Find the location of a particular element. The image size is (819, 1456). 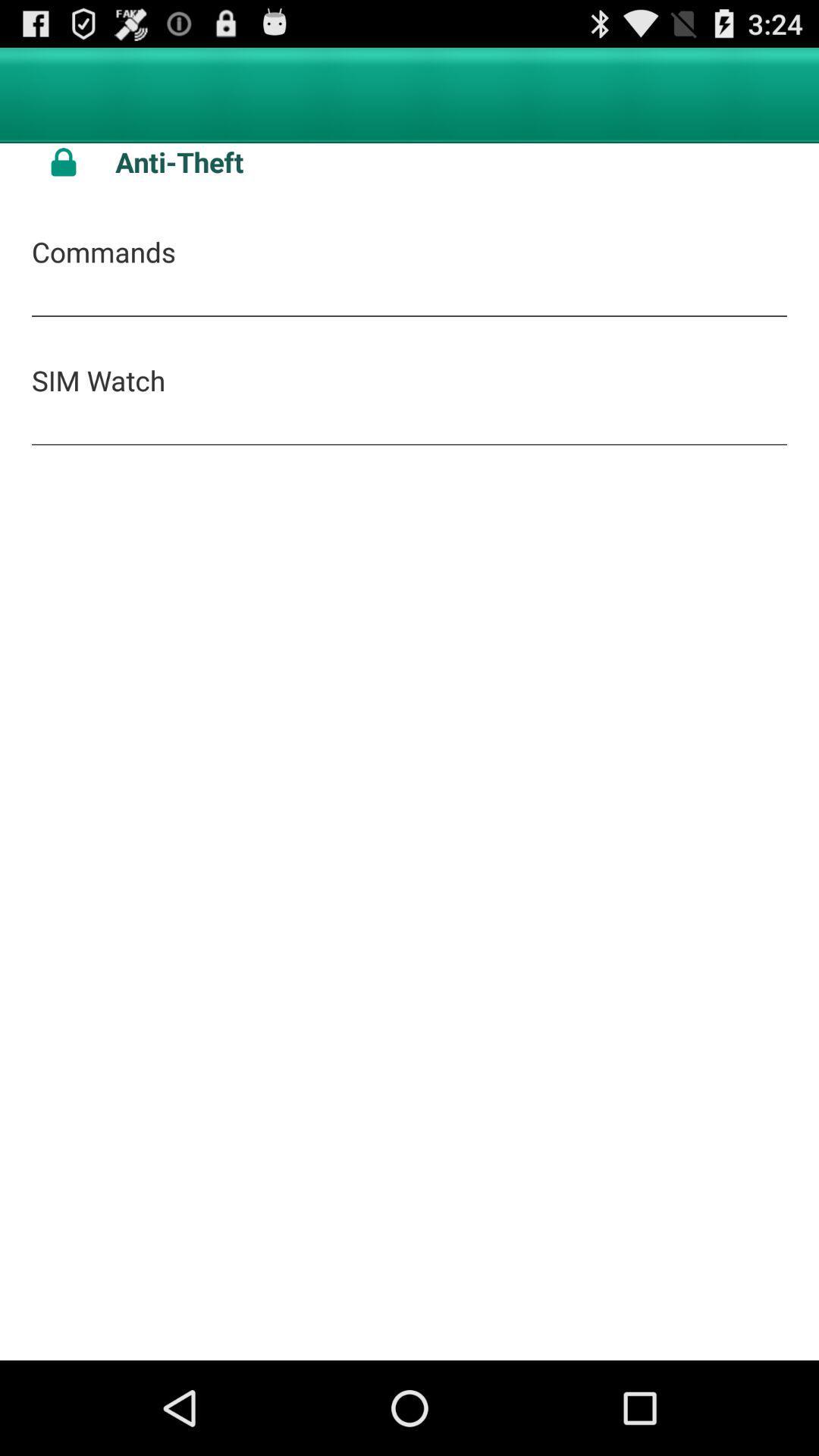

anti-theft is located at coordinates (450, 162).